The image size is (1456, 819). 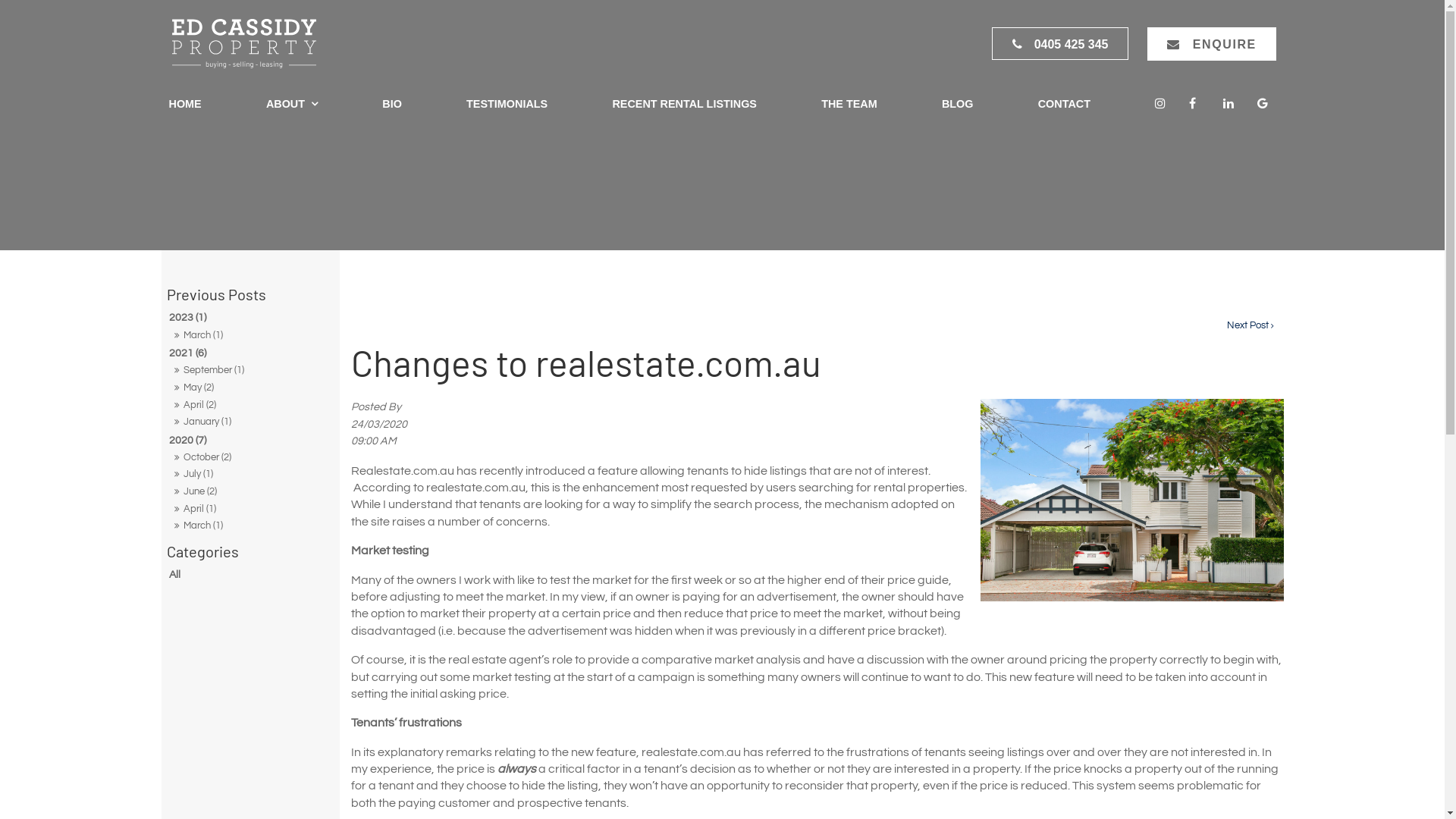 I want to click on 'January (1)', so click(x=250, y=422).